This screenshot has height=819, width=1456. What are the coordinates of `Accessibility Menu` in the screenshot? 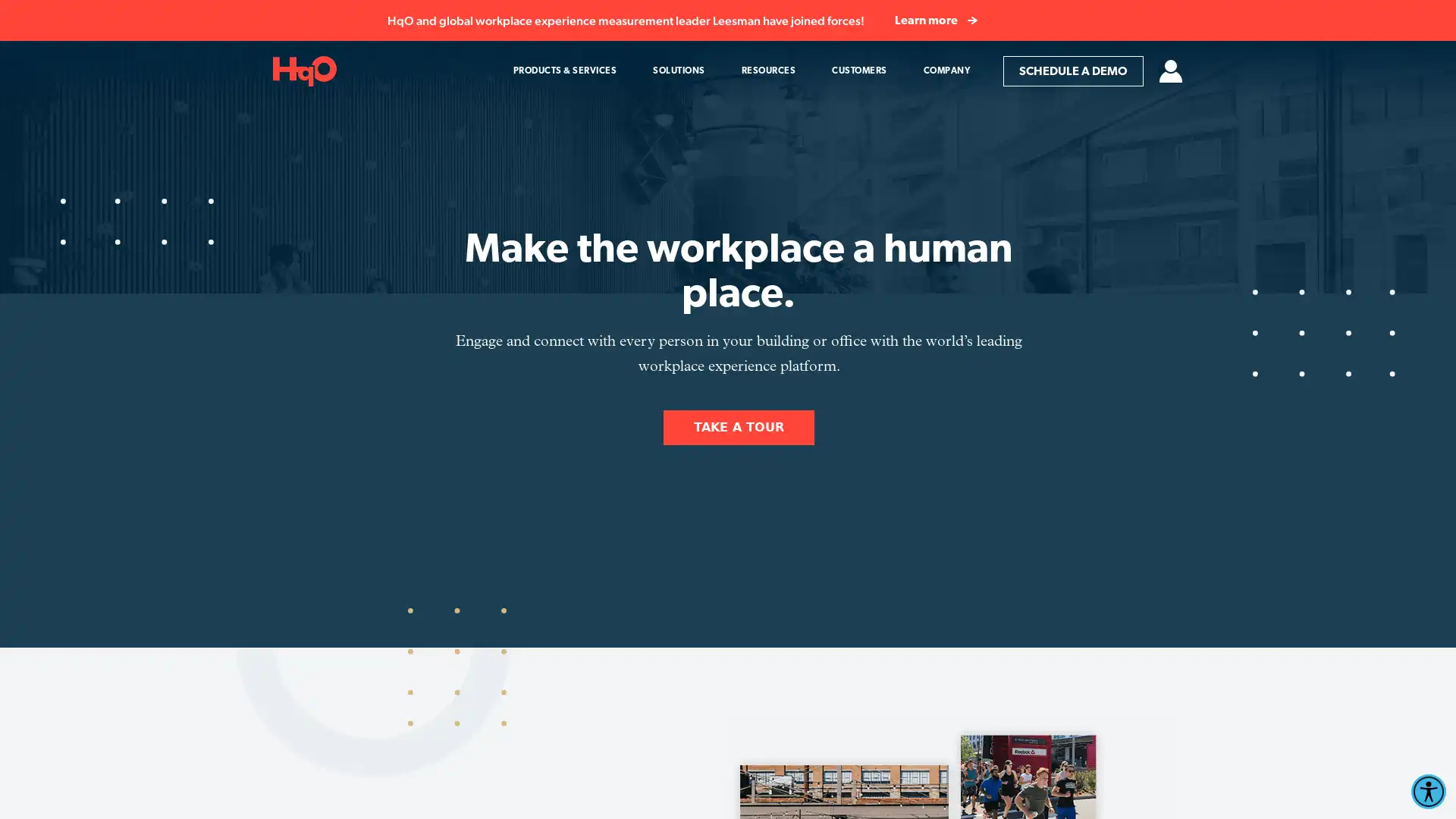 It's located at (1427, 791).